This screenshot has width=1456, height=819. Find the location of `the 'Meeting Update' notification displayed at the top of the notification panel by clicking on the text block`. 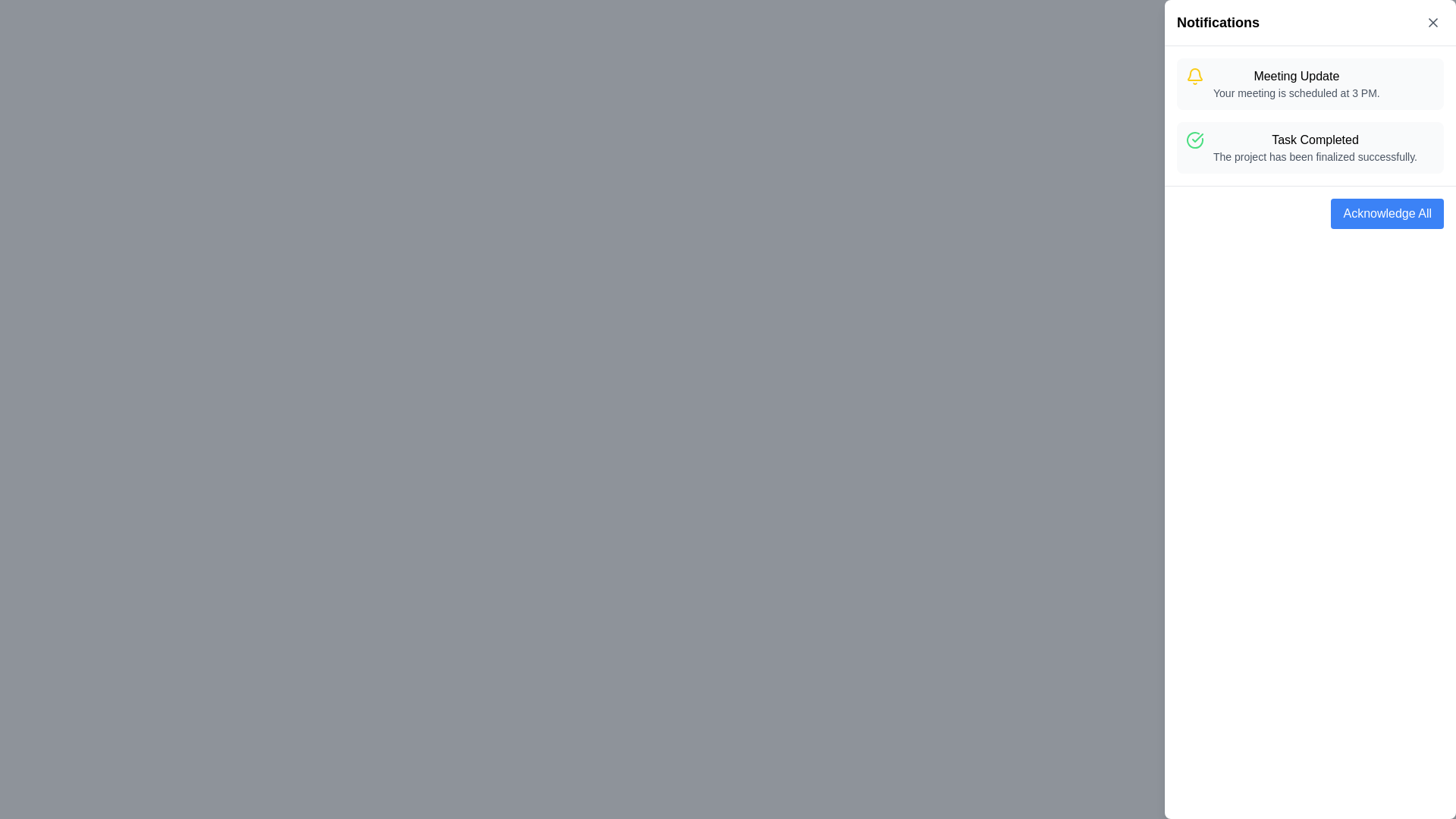

the 'Meeting Update' notification displayed at the top of the notification panel by clicking on the text block is located at coordinates (1295, 84).